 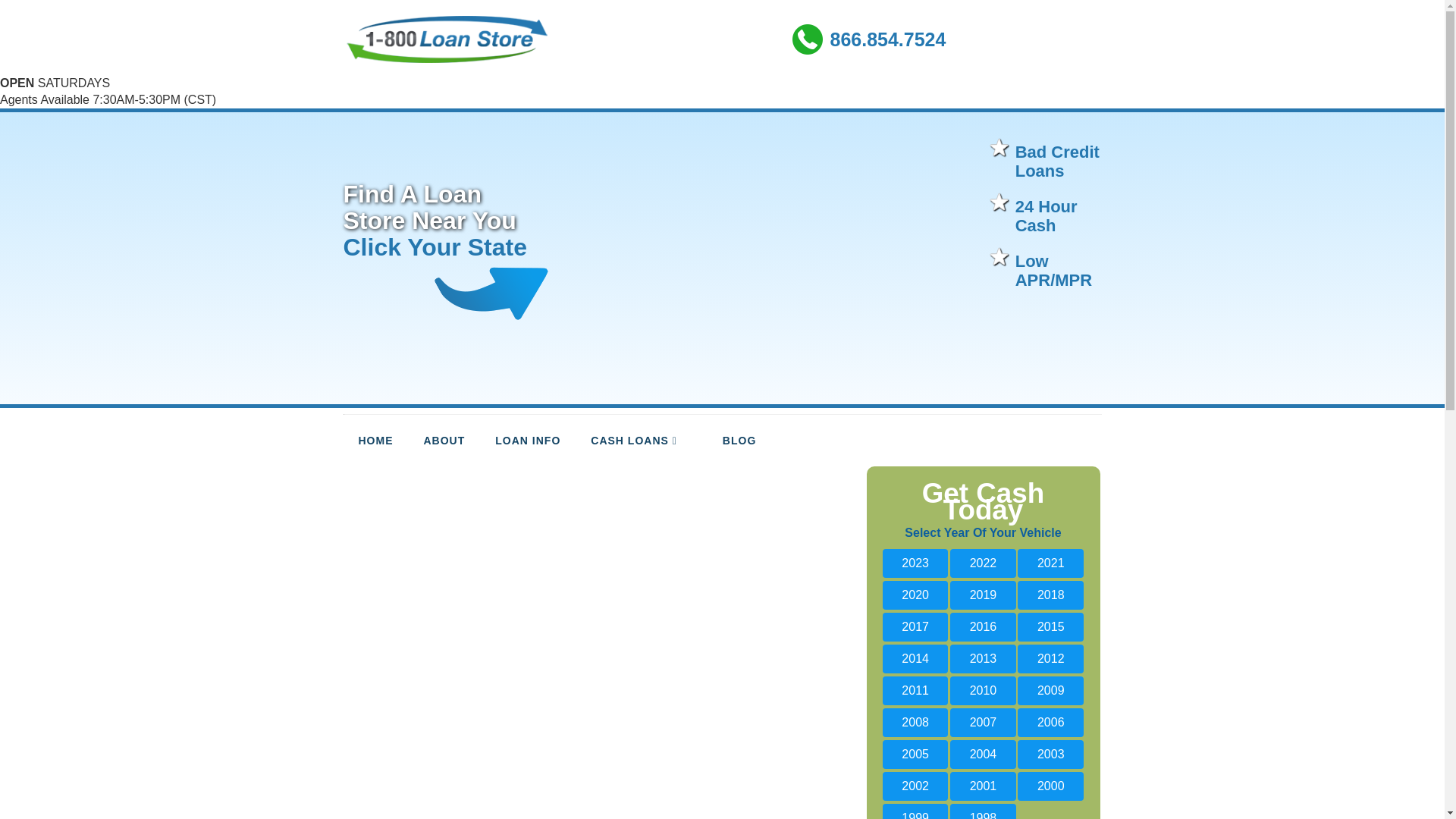 What do you see at coordinates (528, 441) in the screenshot?
I see `'LOAN INFO'` at bounding box center [528, 441].